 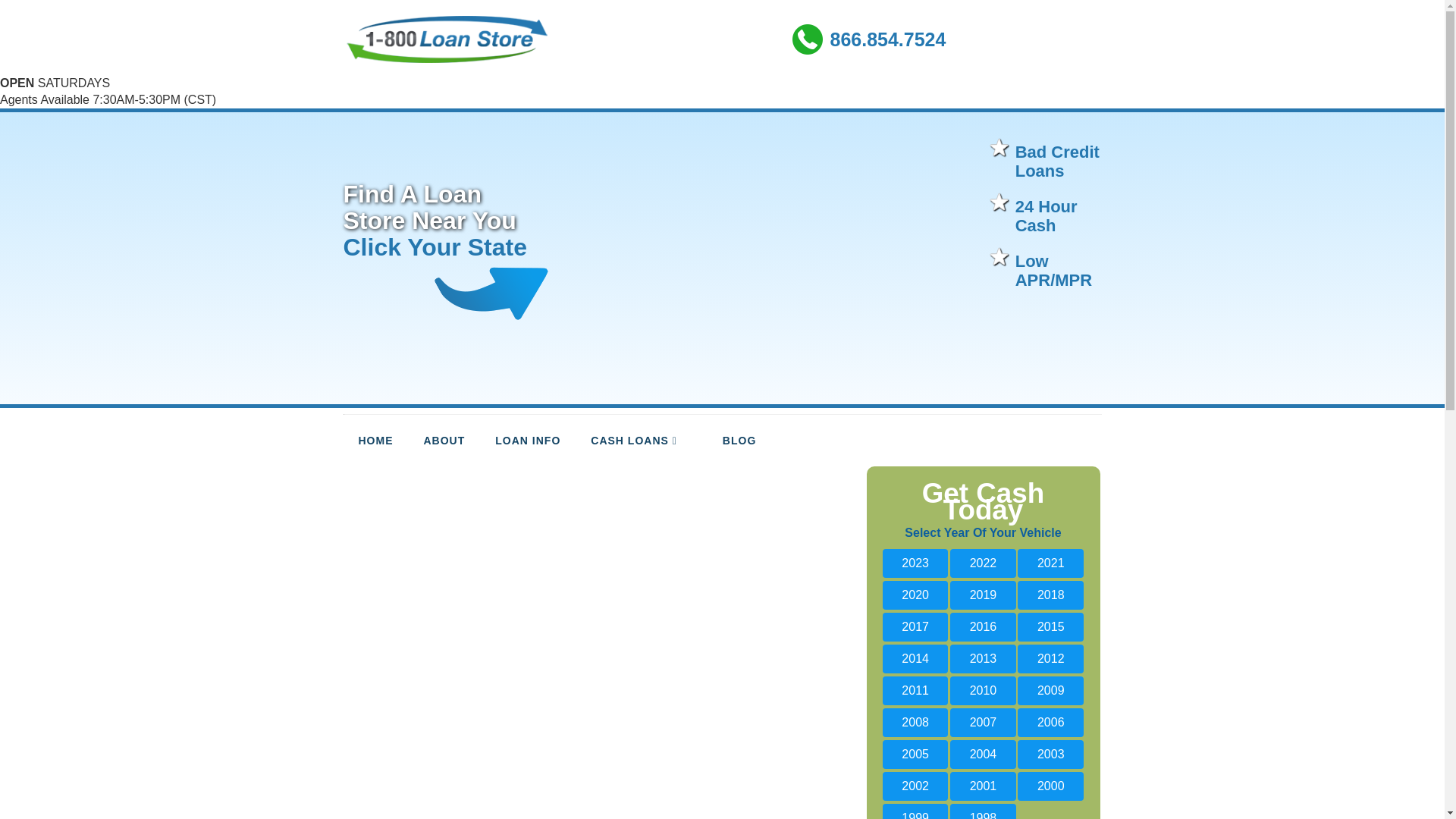 What do you see at coordinates (528, 441) in the screenshot?
I see `'LOAN INFO'` at bounding box center [528, 441].